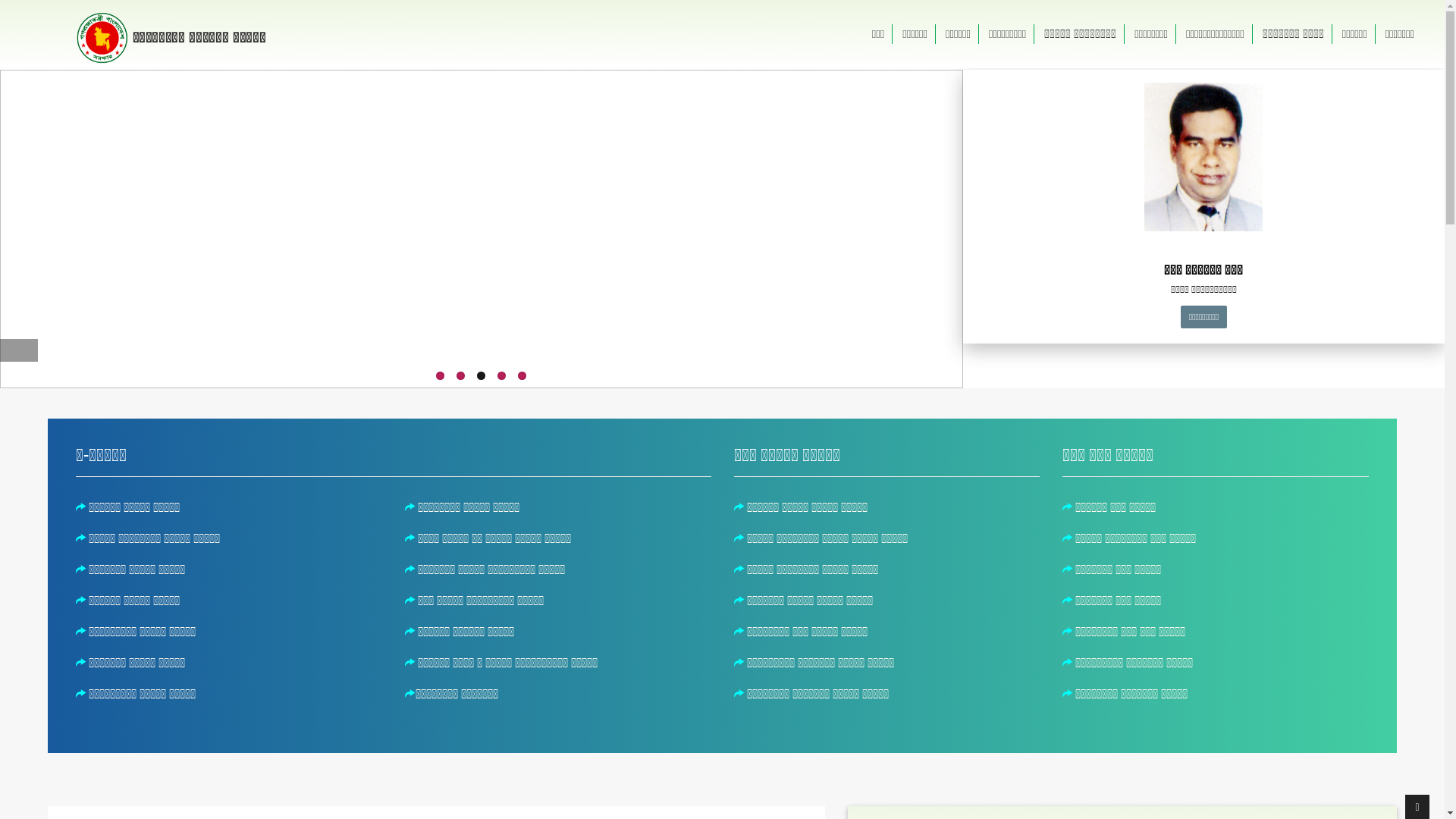 The width and height of the screenshot is (1456, 819). I want to click on '5', so click(522, 375).